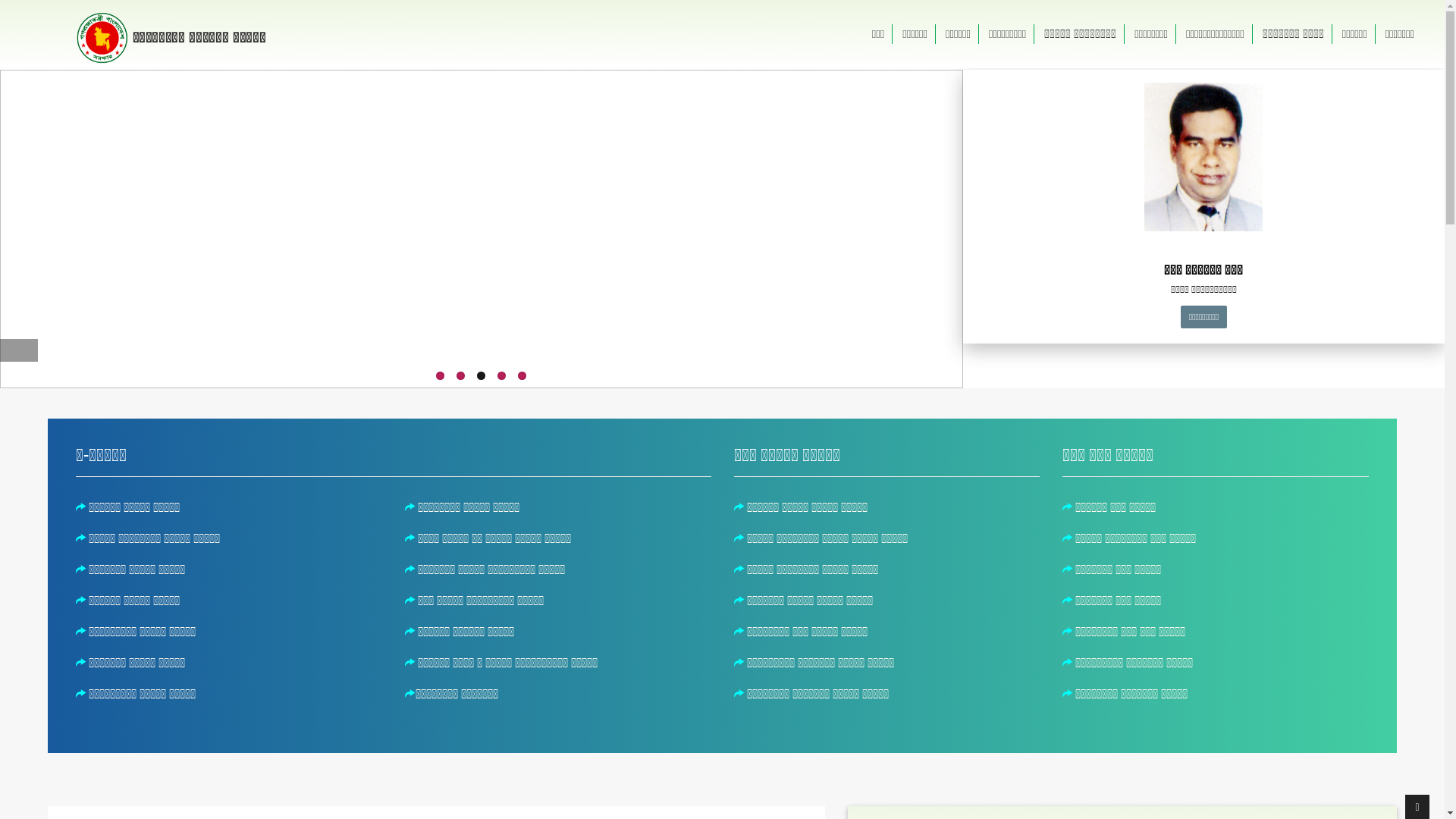 The width and height of the screenshot is (1456, 819). I want to click on '5', so click(522, 375).